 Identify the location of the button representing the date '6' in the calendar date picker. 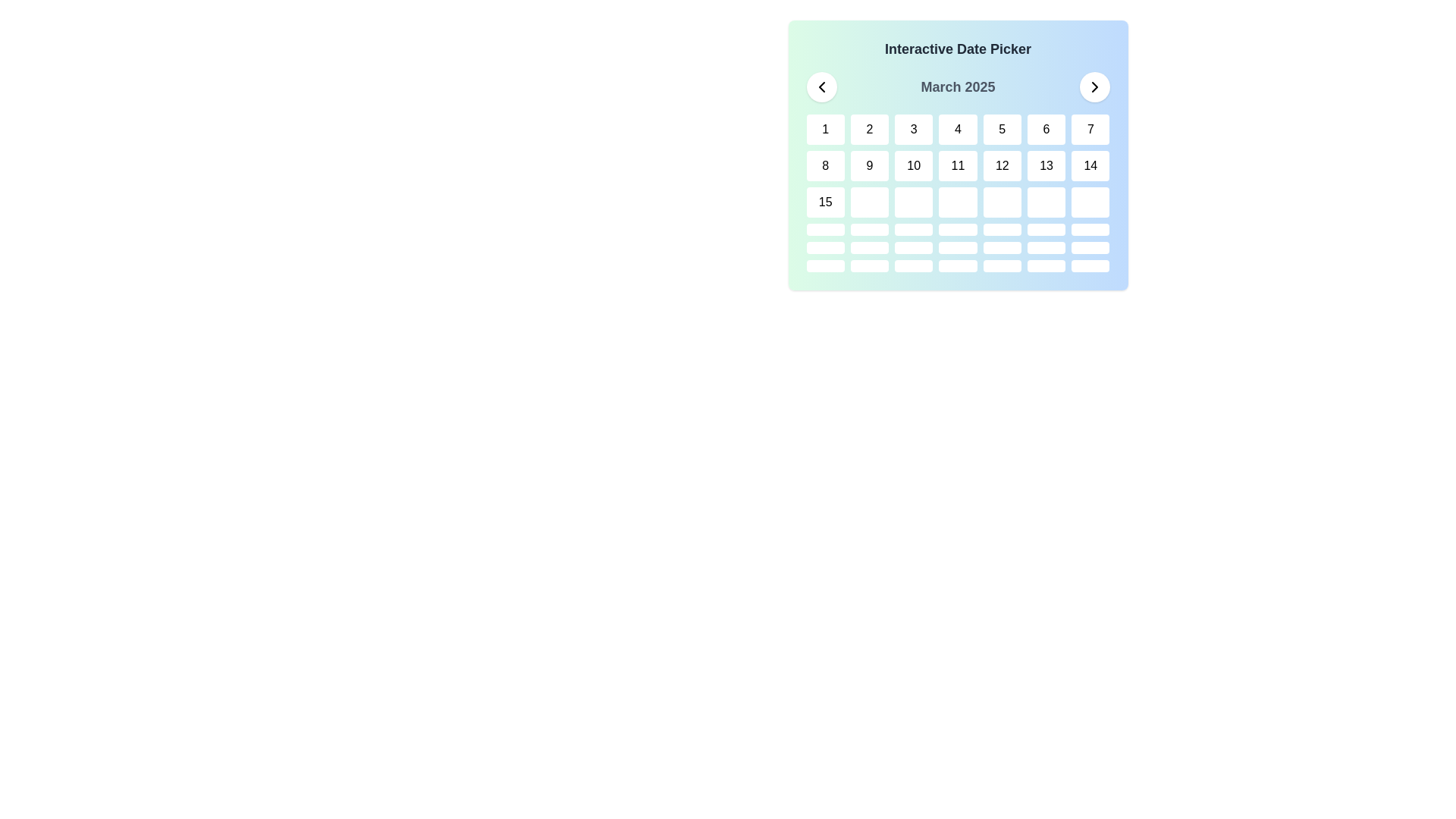
(1046, 128).